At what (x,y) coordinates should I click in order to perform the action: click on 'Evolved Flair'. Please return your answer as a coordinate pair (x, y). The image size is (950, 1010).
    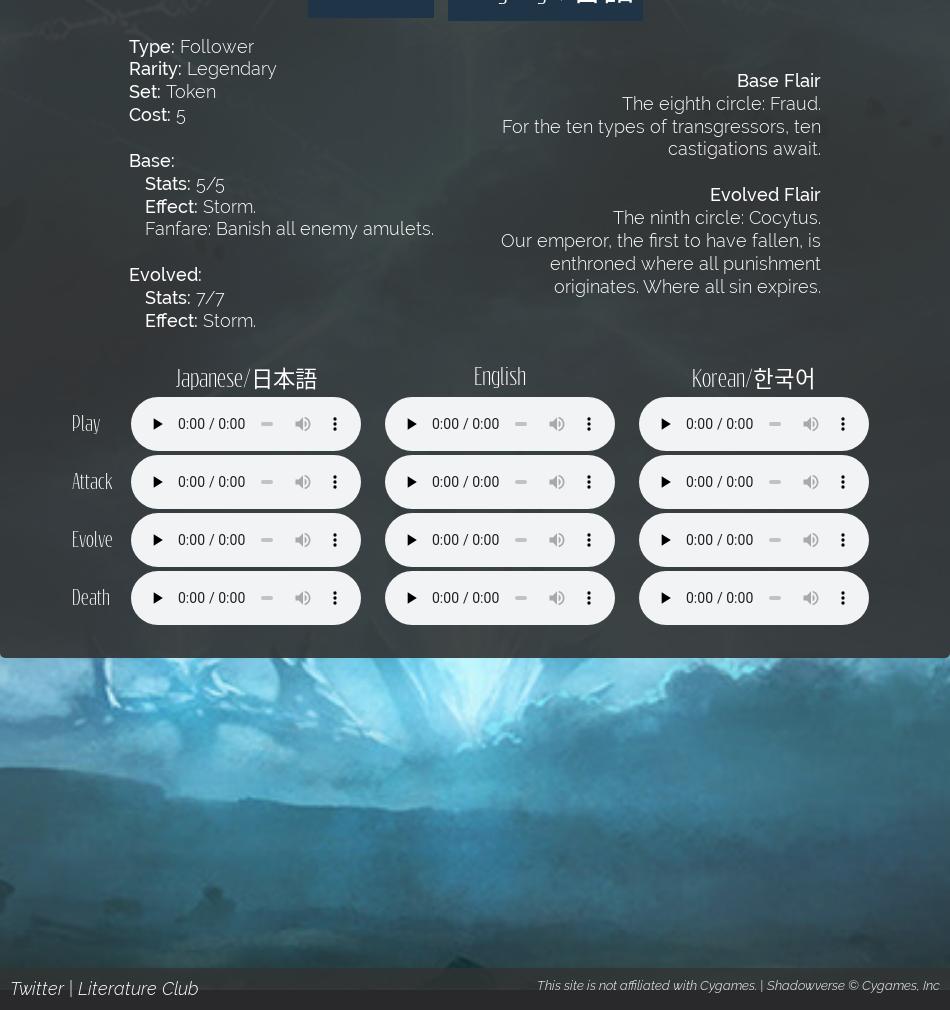
    Looking at the image, I should click on (764, 193).